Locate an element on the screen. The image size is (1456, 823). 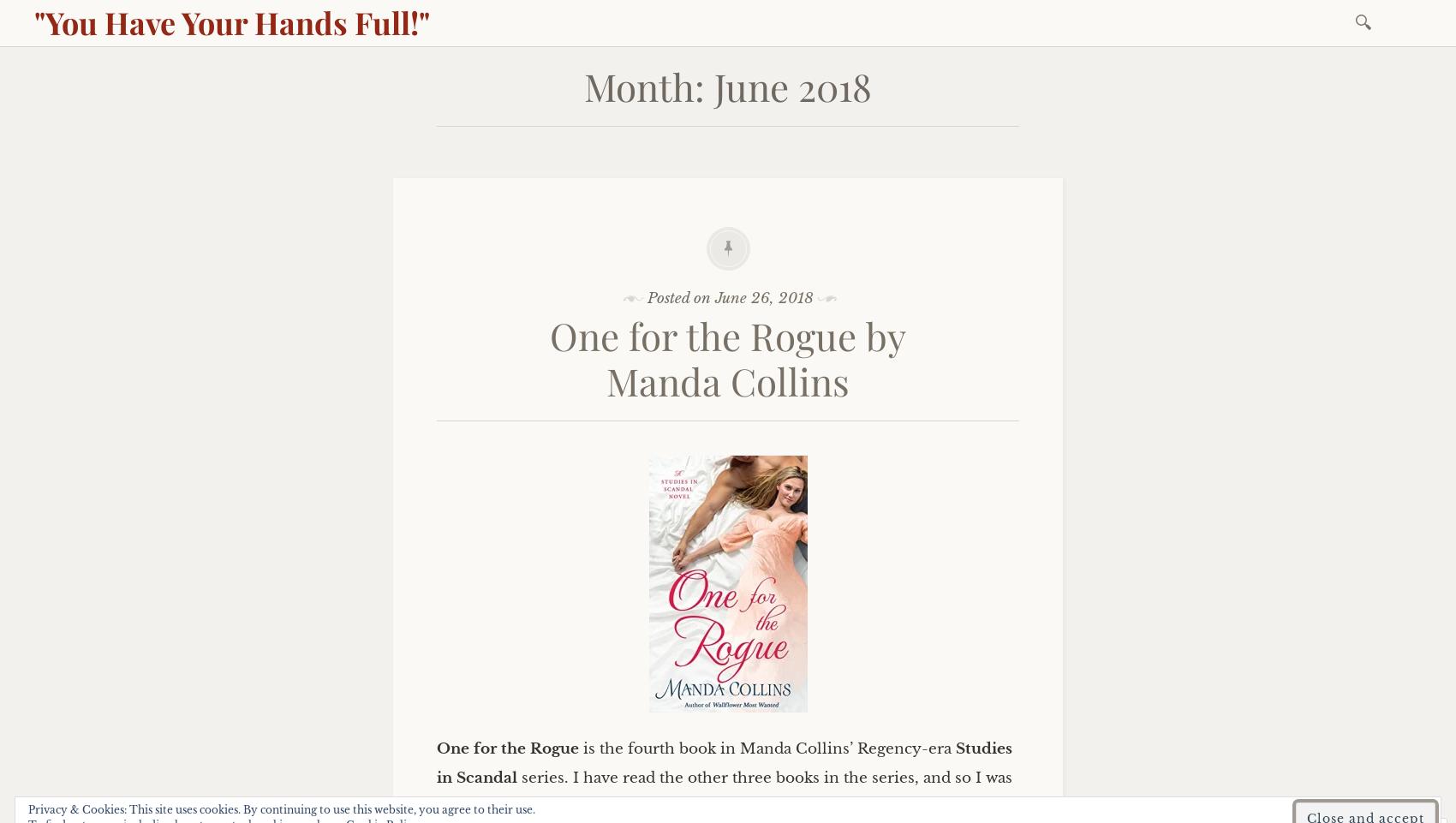
'One for the Rogue' is located at coordinates (506, 747).